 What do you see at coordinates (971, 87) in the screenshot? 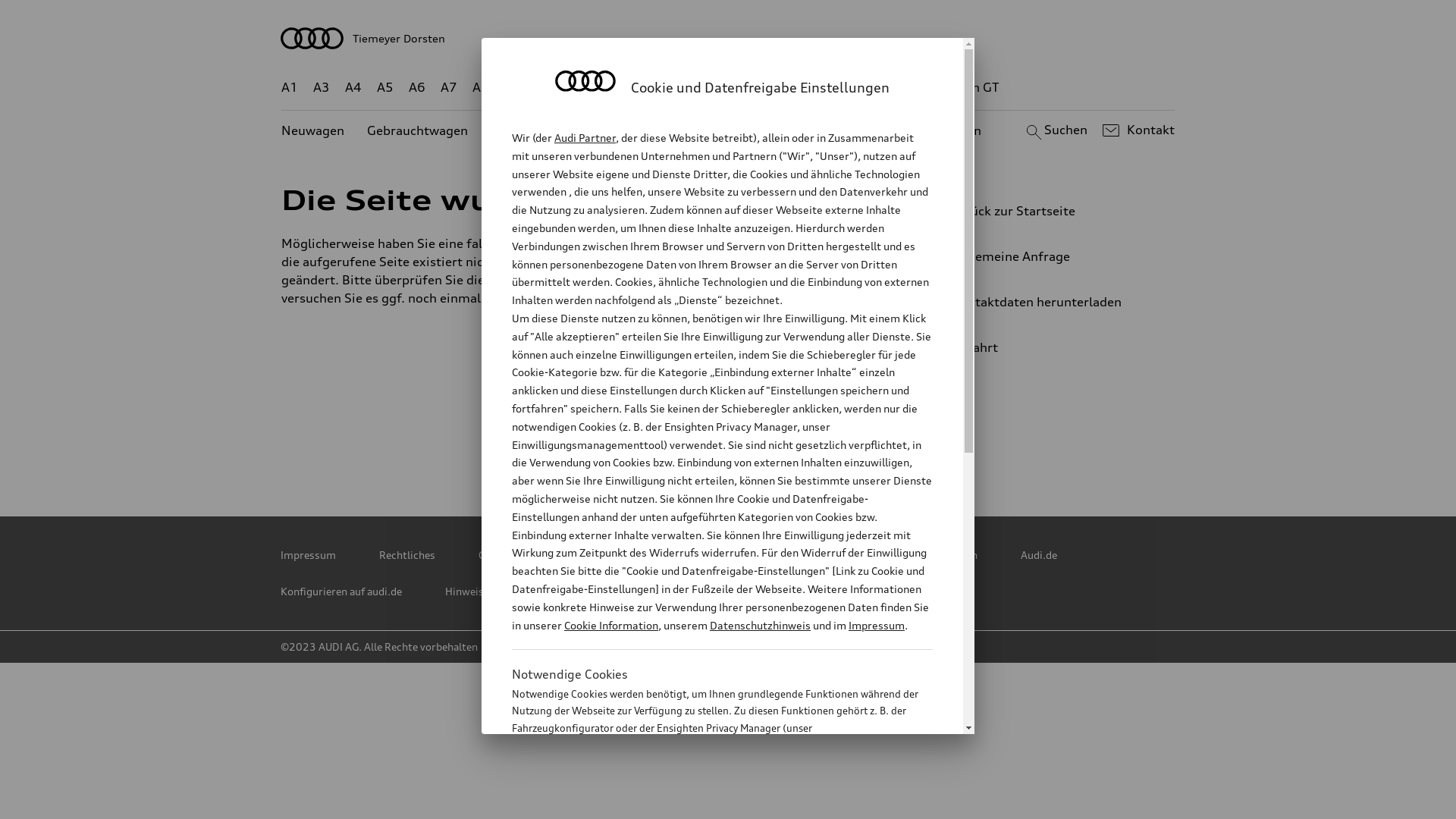
I see `'e-tron GT'` at bounding box center [971, 87].